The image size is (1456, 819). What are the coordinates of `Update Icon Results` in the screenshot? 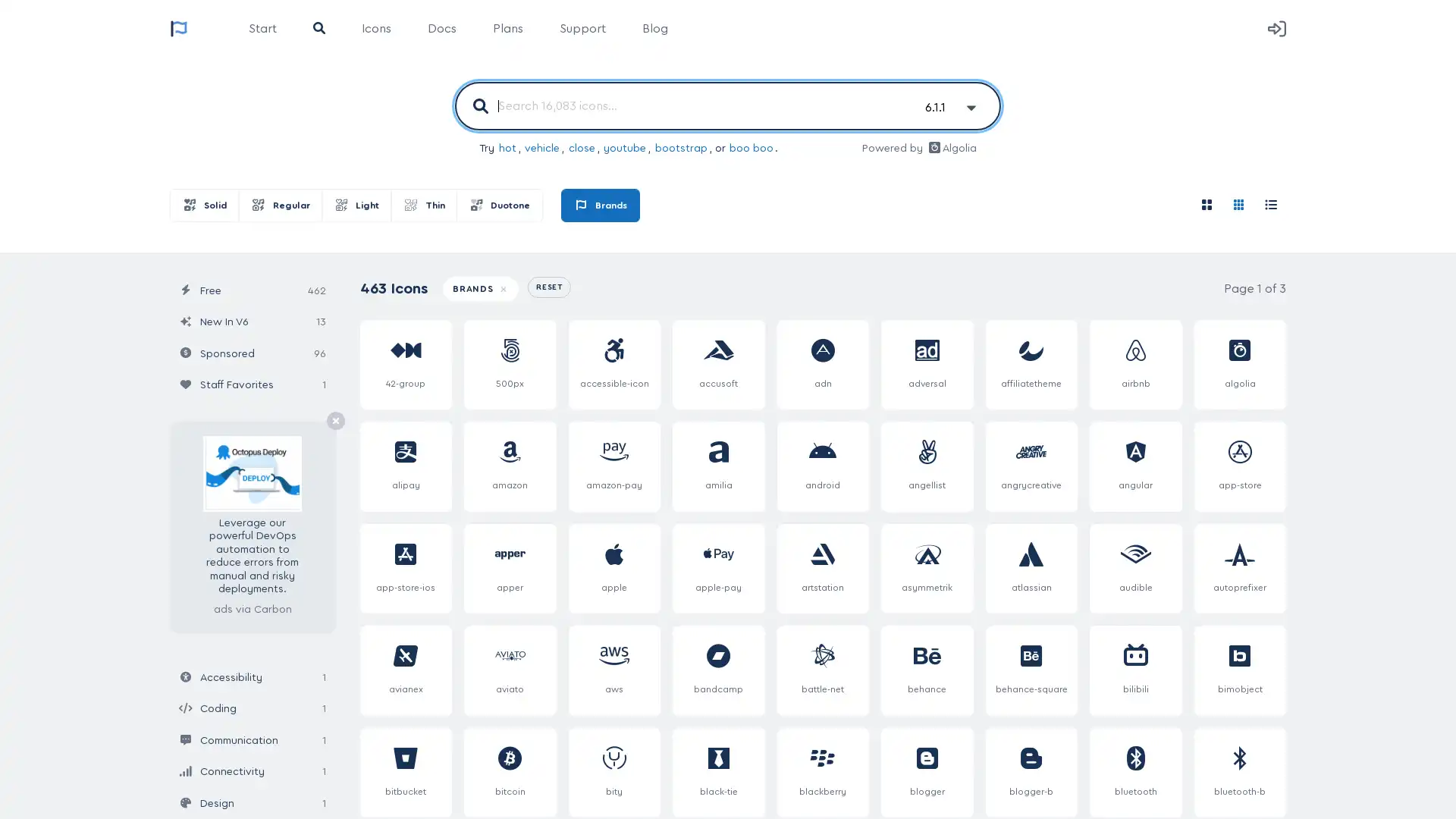 It's located at (170, 296).